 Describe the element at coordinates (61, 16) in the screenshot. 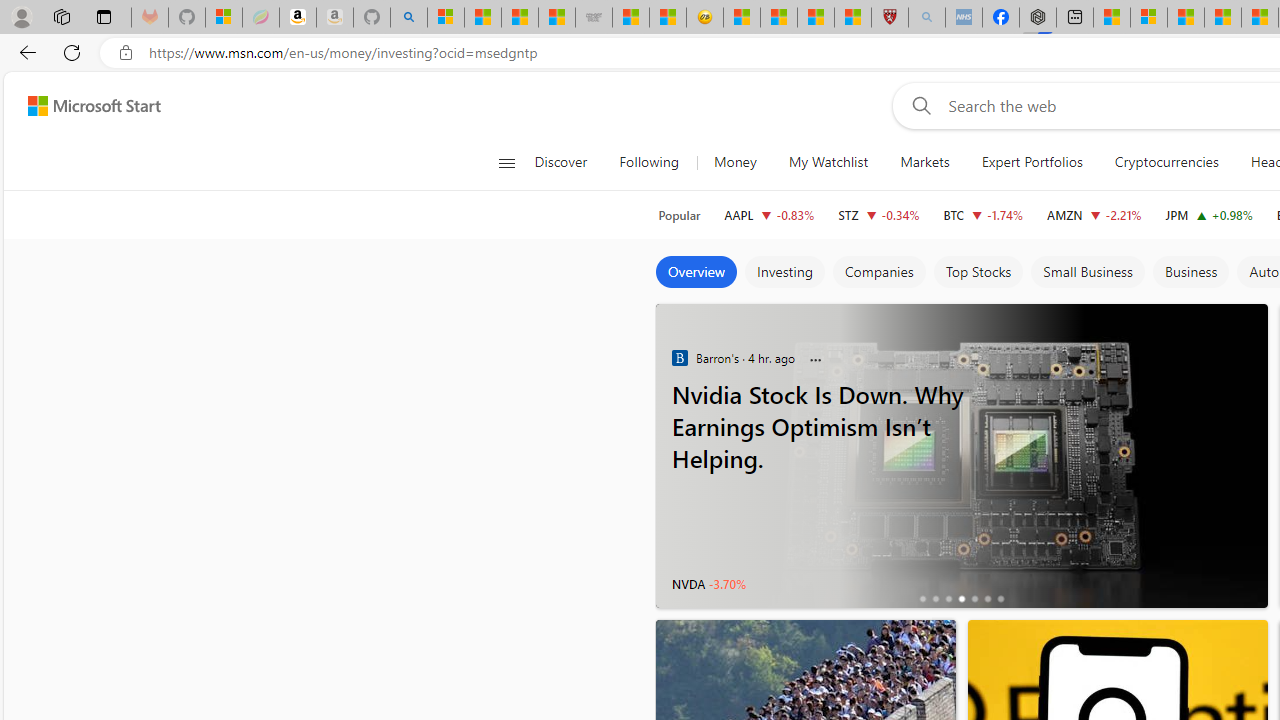

I see `'Workspaces'` at that location.